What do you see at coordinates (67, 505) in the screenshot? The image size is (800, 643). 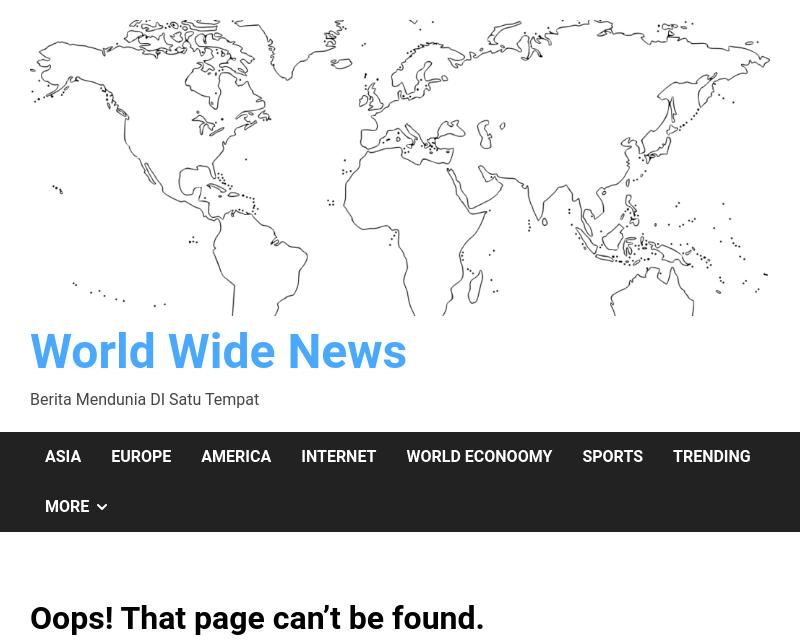 I see `'More'` at bounding box center [67, 505].